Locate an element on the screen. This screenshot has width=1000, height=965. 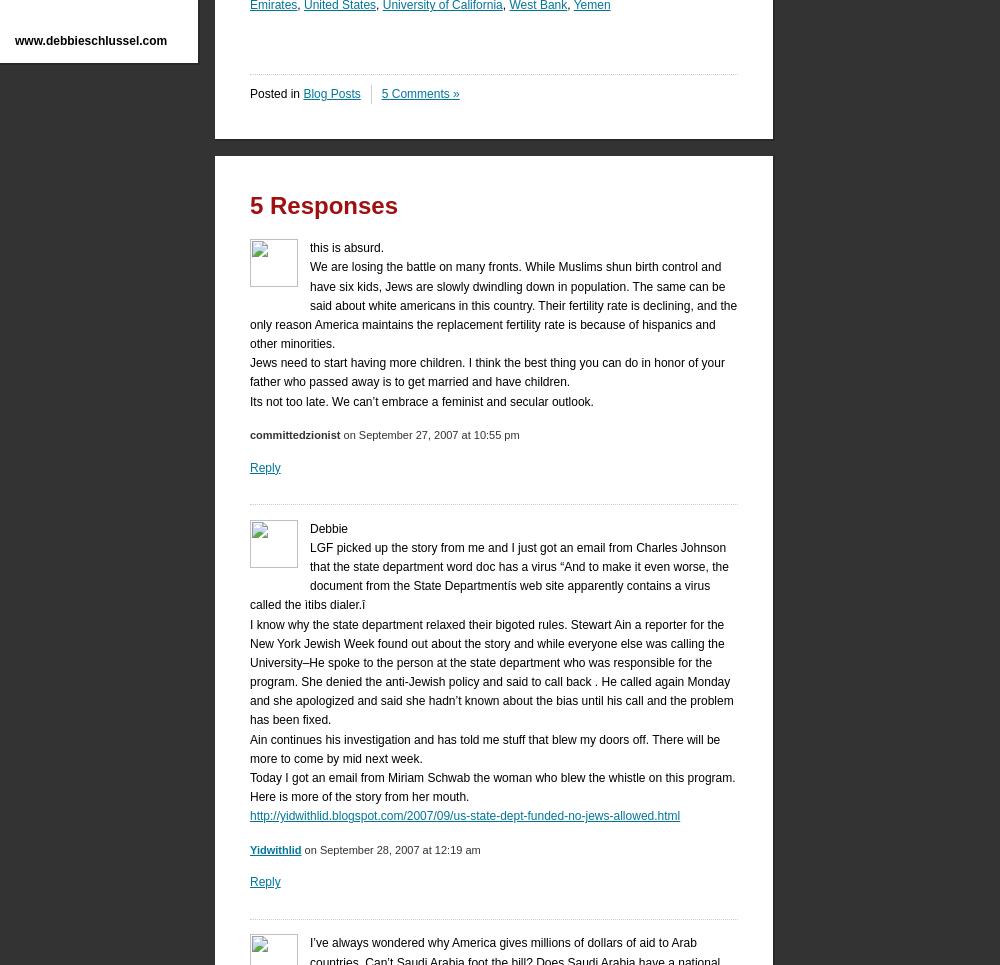
'www.debbieschlussel.com' is located at coordinates (15, 41).